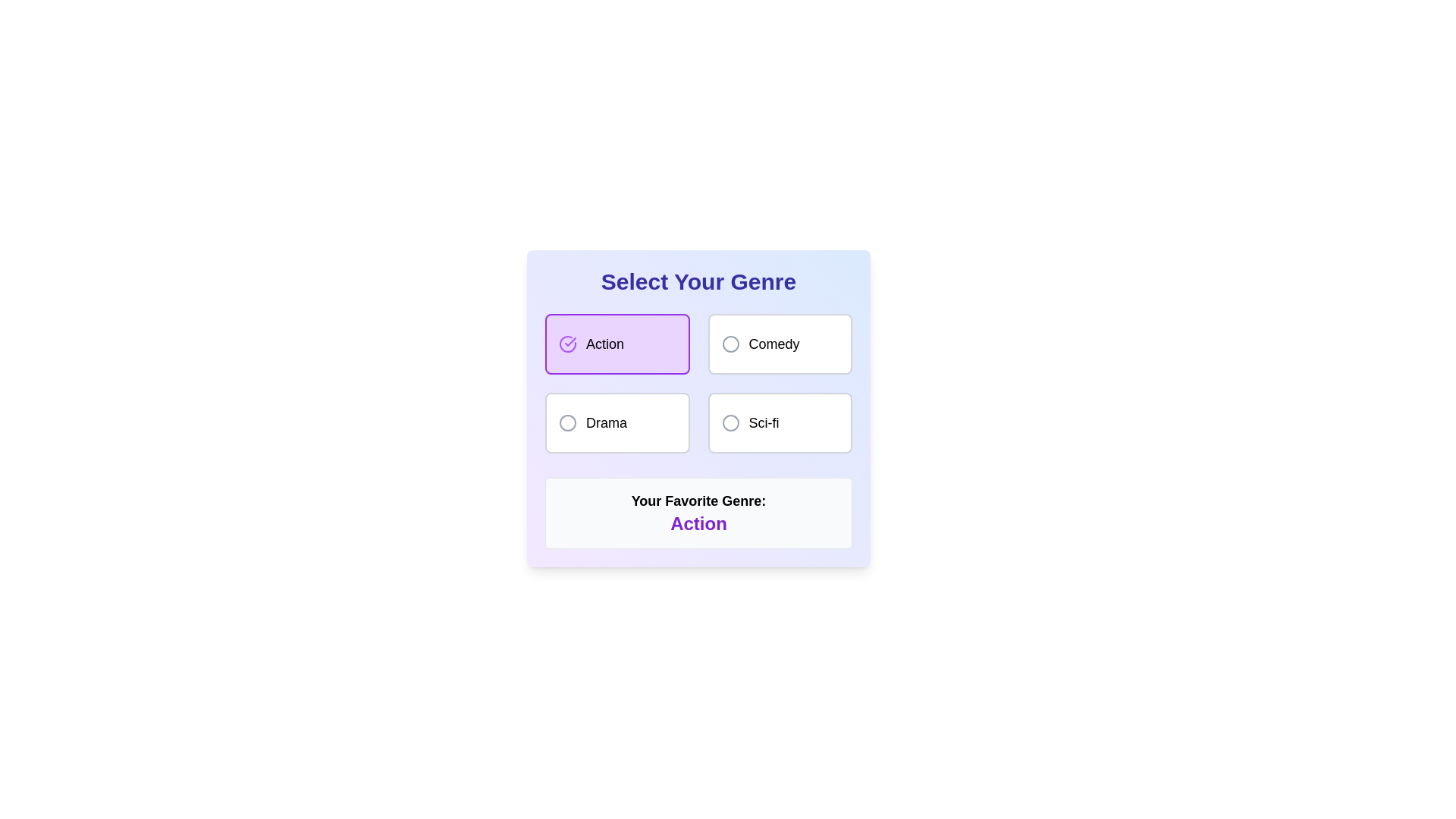 The height and width of the screenshot is (819, 1456). What do you see at coordinates (780, 344) in the screenshot?
I see `the 'Comedy' button, which is the second item in a 2x2 grid layout` at bounding box center [780, 344].